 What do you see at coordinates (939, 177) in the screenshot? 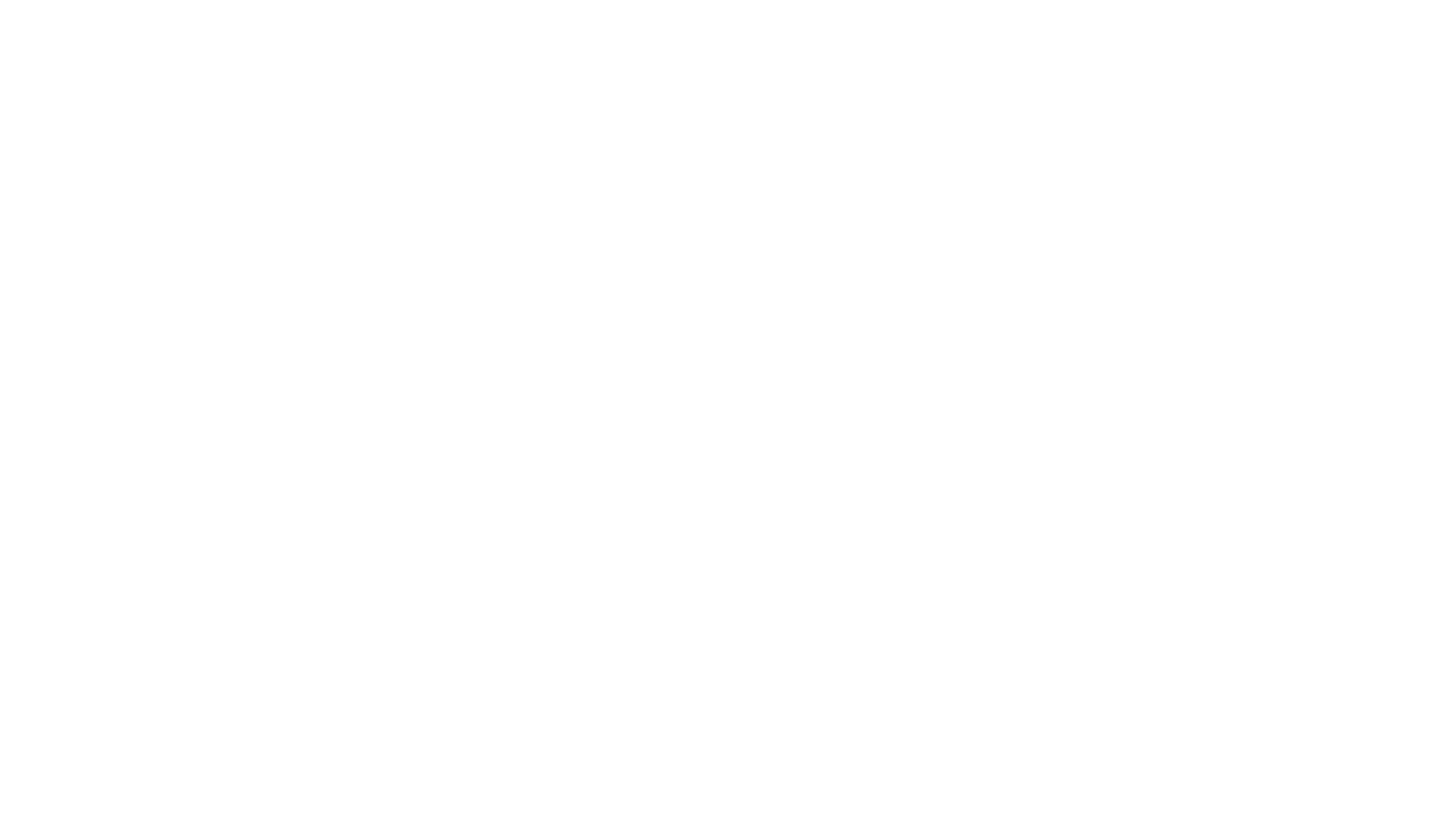
I see `'ITF Briefings'` at bounding box center [939, 177].